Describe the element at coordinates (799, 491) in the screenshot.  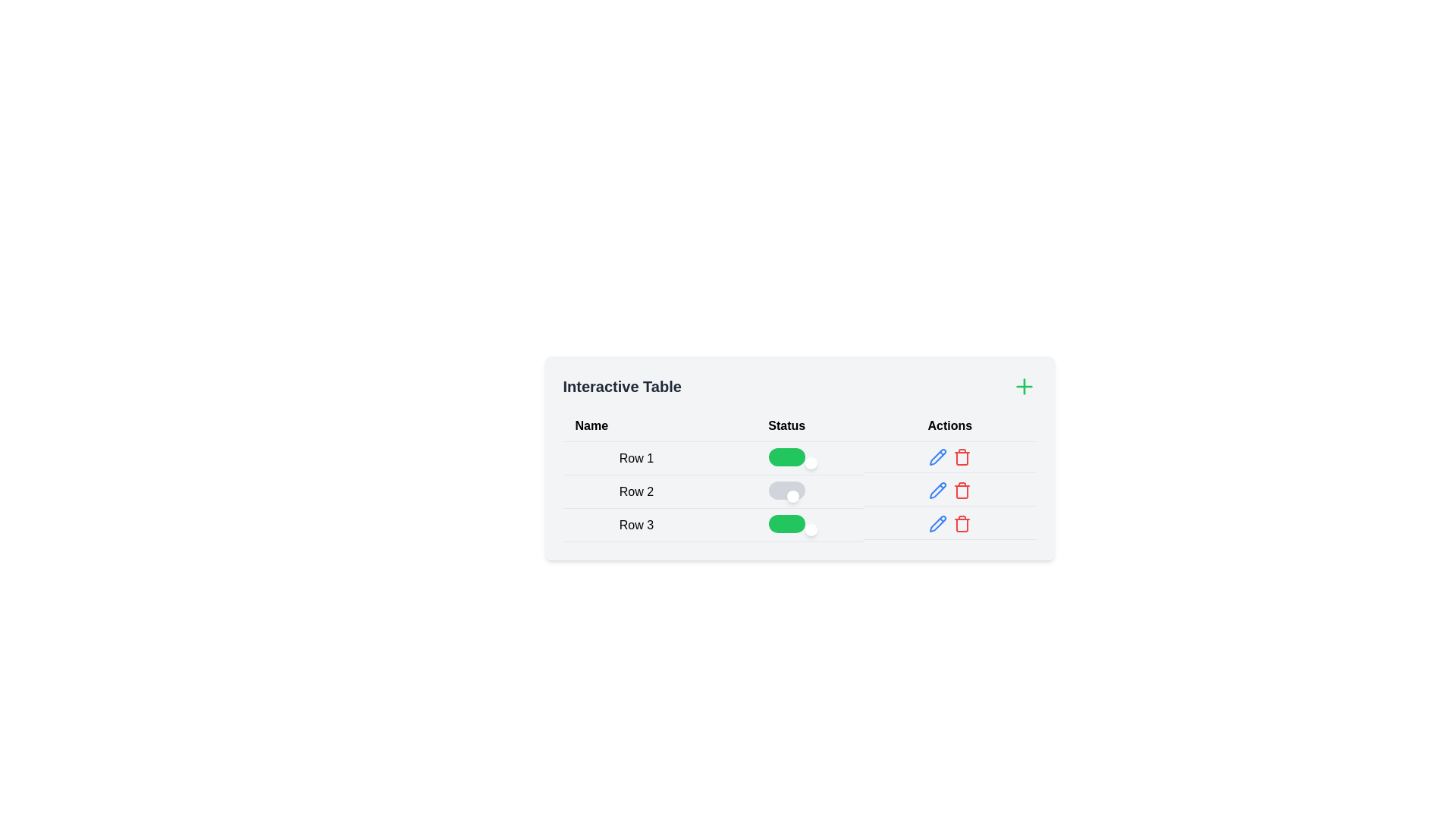
I see `the toggle switch in the 'Status' column of the interactive table, specifically in Row 2` at that location.